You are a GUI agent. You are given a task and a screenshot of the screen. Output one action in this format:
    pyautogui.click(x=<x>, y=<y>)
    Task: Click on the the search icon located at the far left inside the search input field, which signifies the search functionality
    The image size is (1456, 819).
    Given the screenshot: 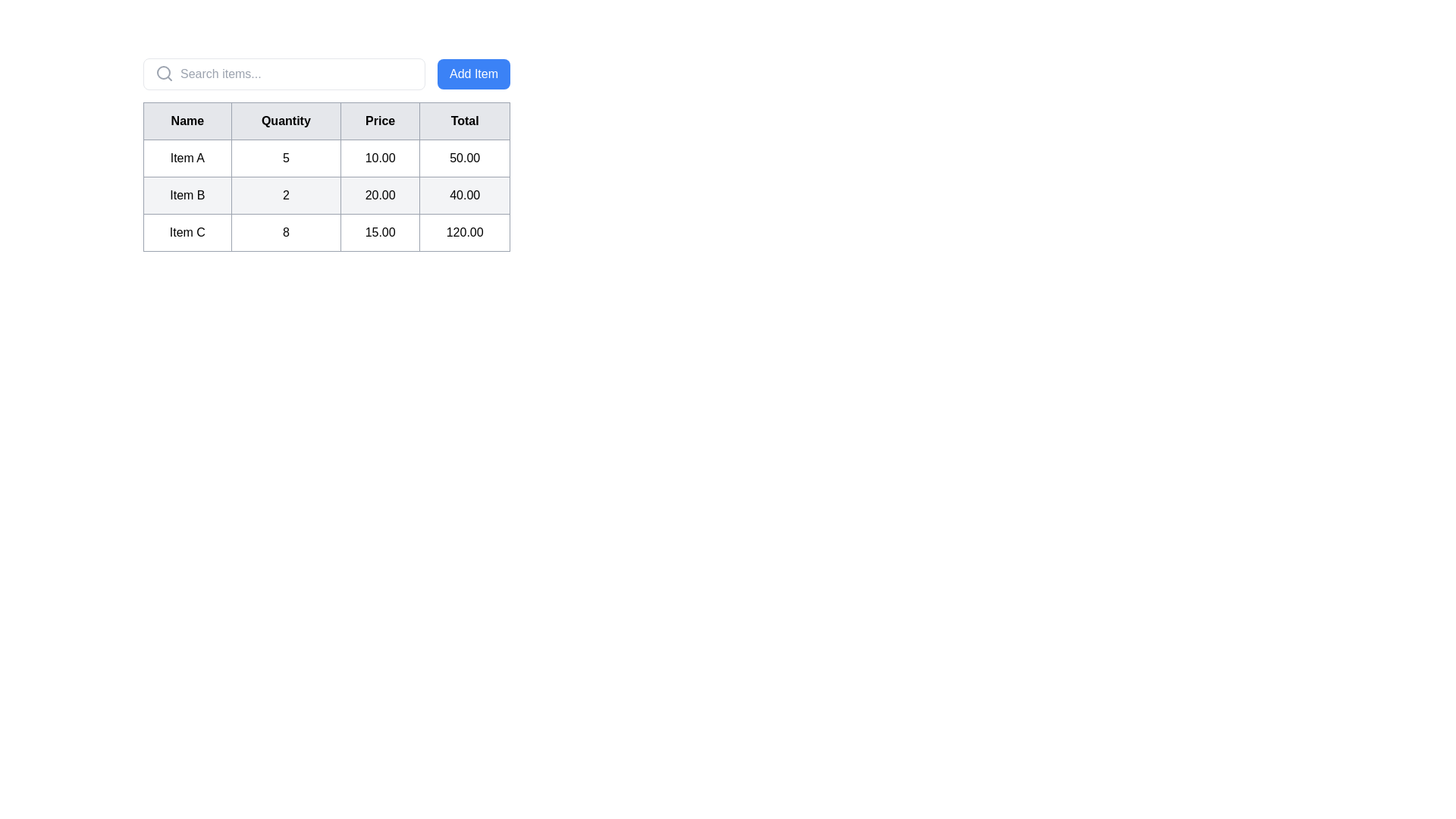 What is the action you would take?
    pyautogui.click(x=164, y=73)
    